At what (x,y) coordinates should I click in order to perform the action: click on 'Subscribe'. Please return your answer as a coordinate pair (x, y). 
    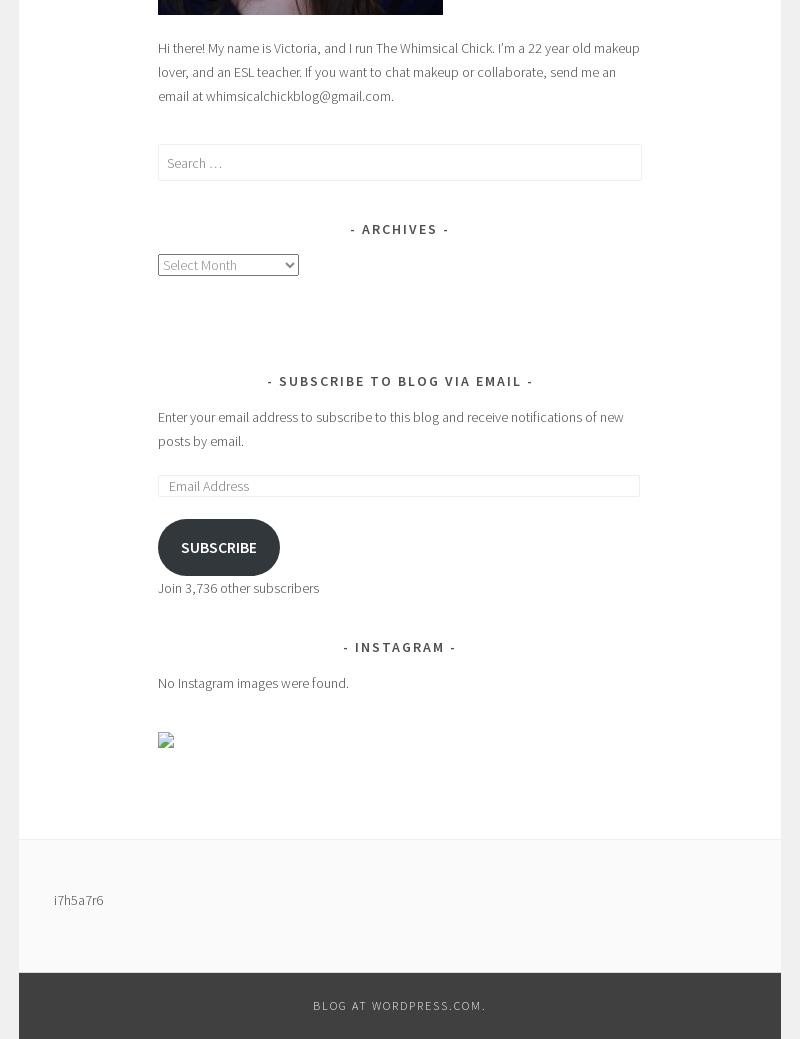
    Looking at the image, I should click on (218, 546).